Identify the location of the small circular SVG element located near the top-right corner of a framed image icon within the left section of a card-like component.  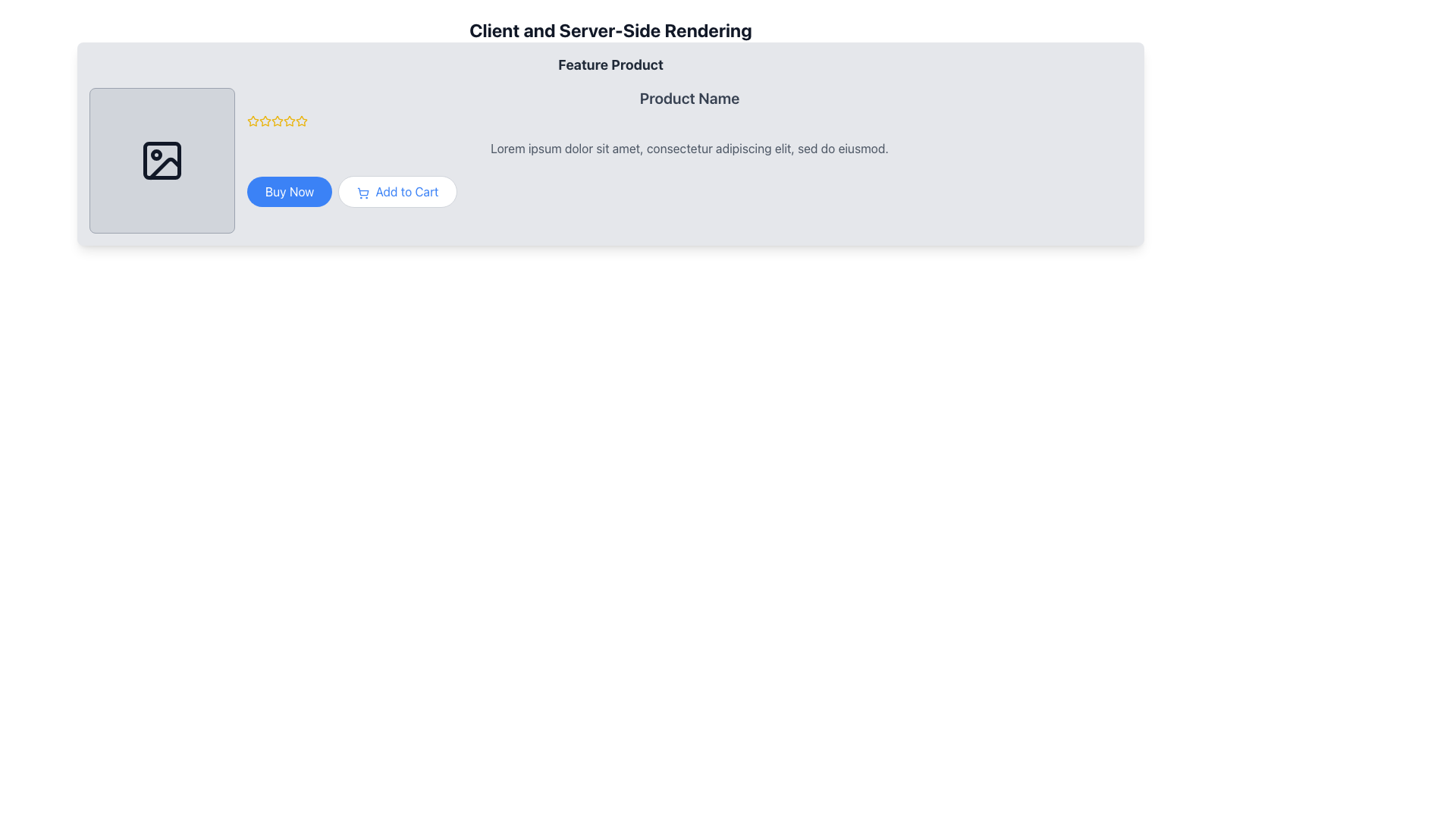
(156, 155).